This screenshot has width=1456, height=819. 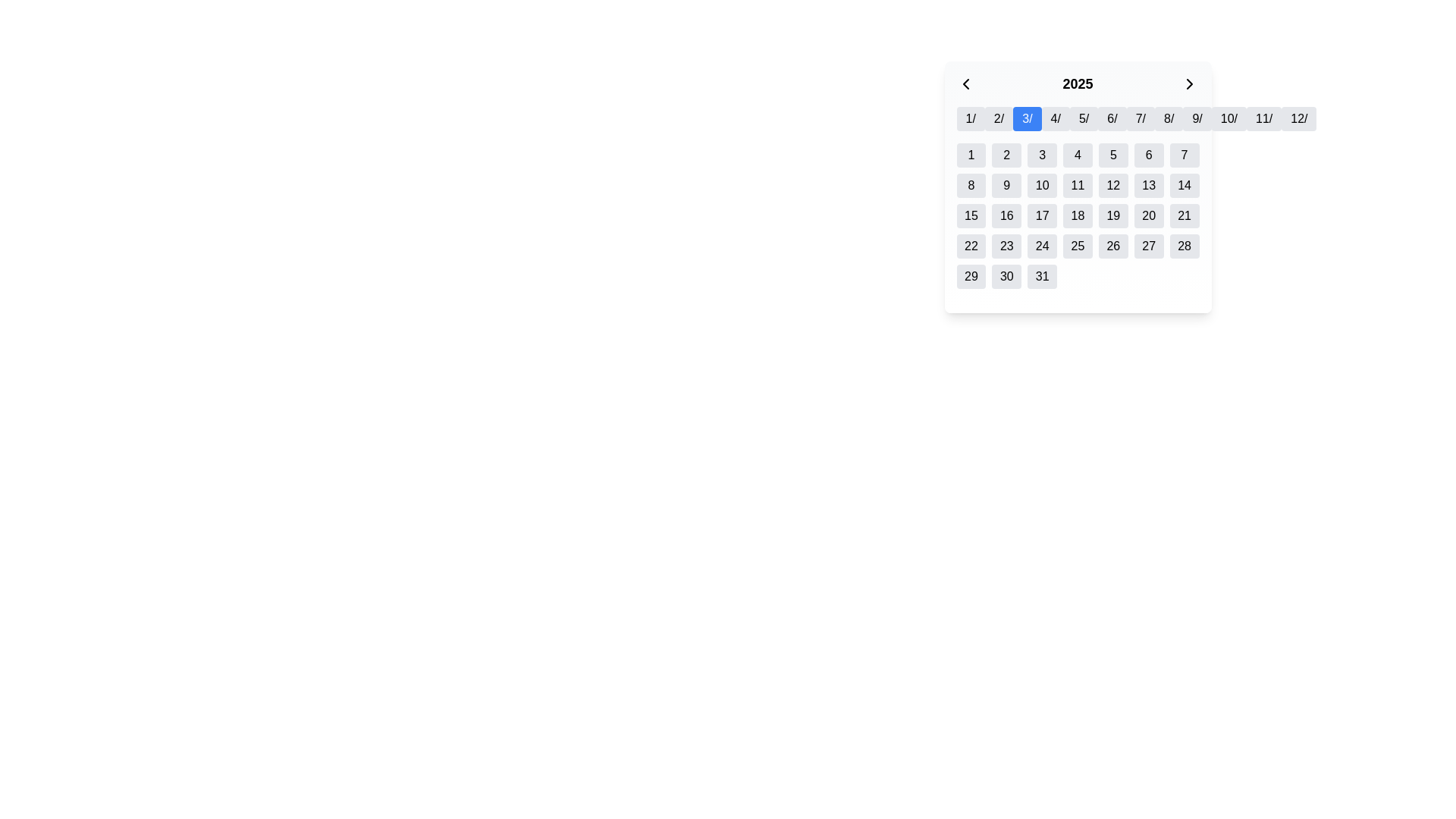 What do you see at coordinates (1040, 277) in the screenshot?
I see `on the interactive calendar cell located in the last column and fifth row of the March 2025 calendar` at bounding box center [1040, 277].